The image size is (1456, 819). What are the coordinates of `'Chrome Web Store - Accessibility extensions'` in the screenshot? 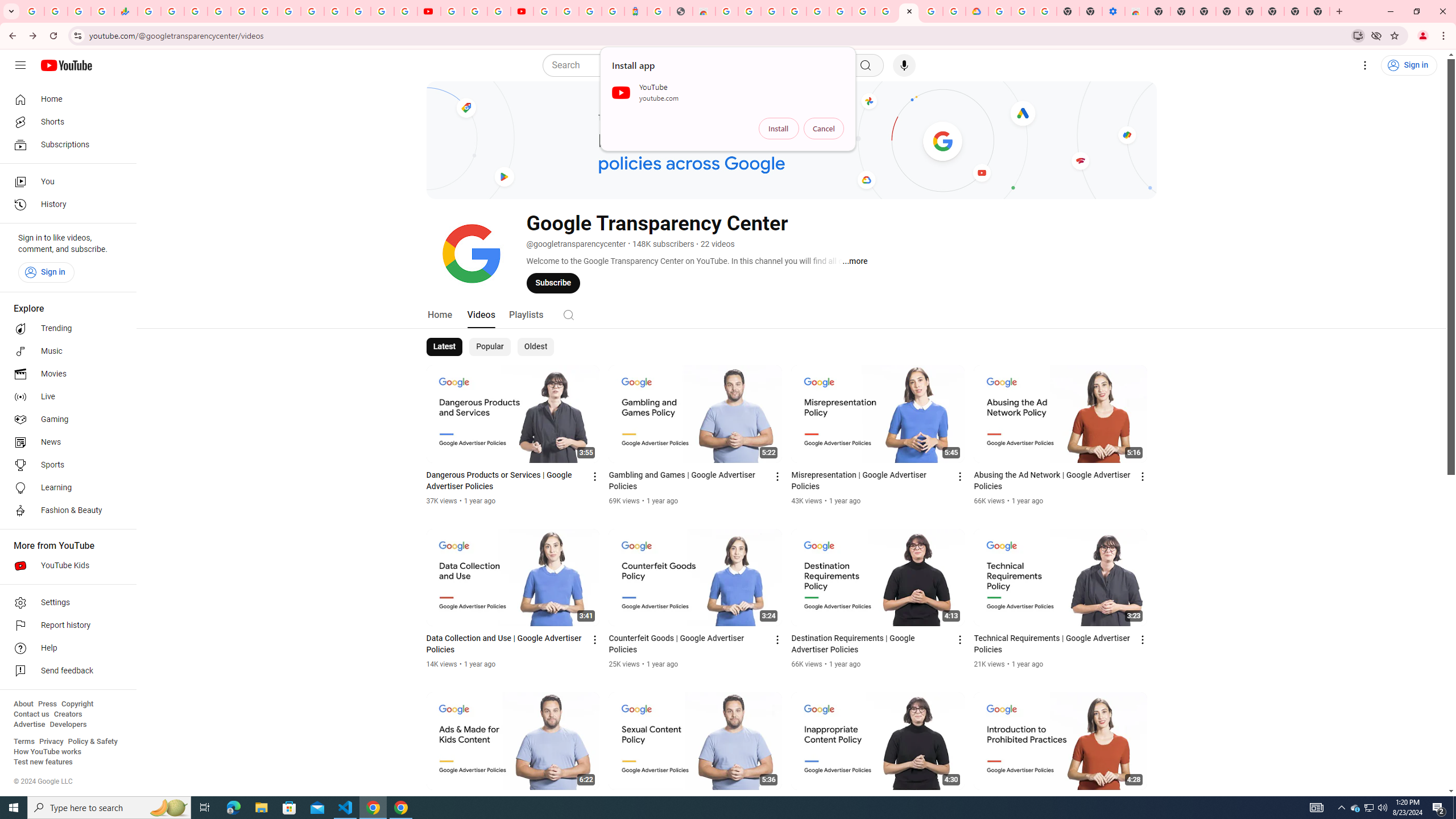 It's located at (1136, 11).